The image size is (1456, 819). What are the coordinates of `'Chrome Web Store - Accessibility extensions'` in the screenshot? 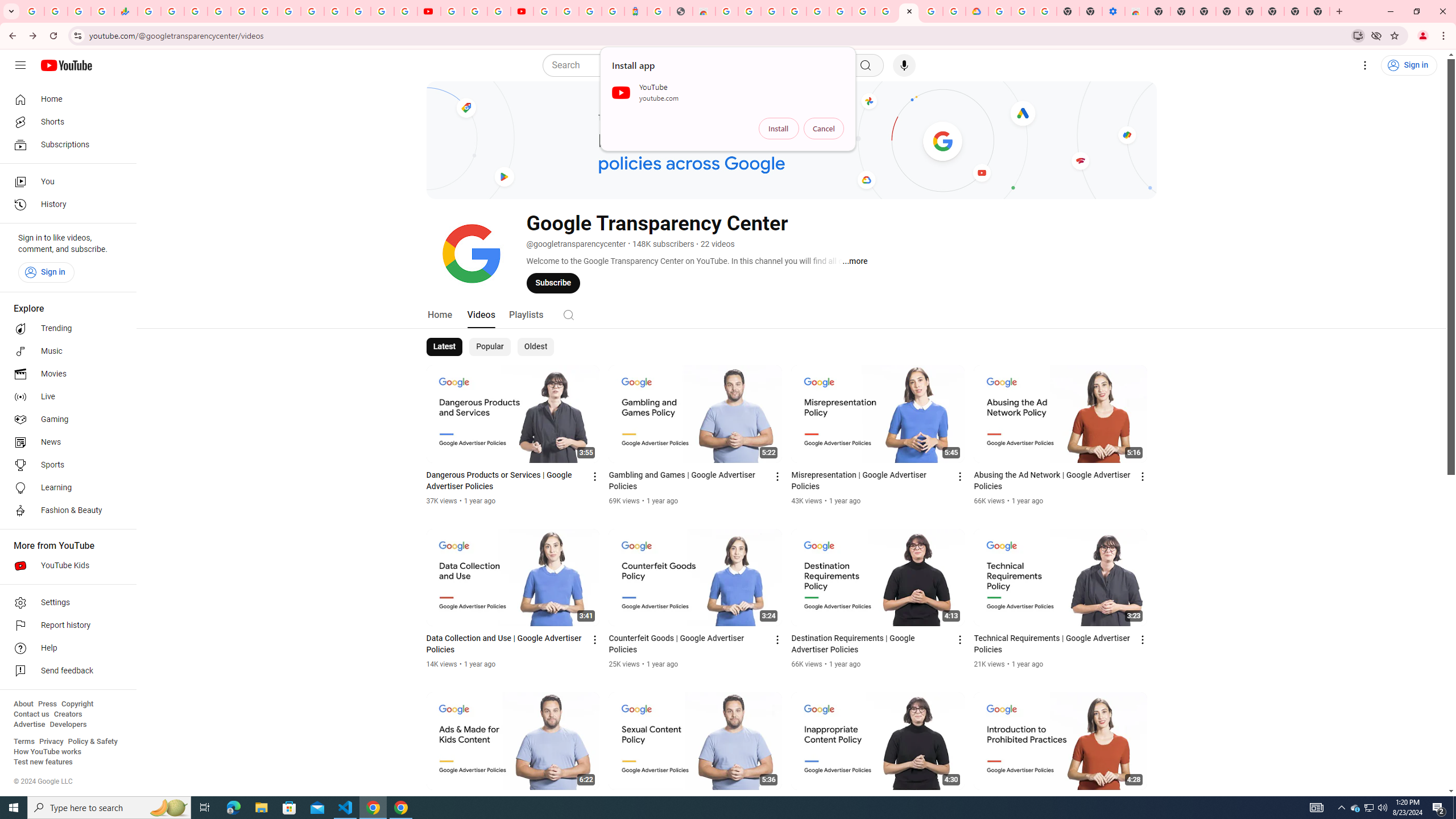 It's located at (1136, 11).